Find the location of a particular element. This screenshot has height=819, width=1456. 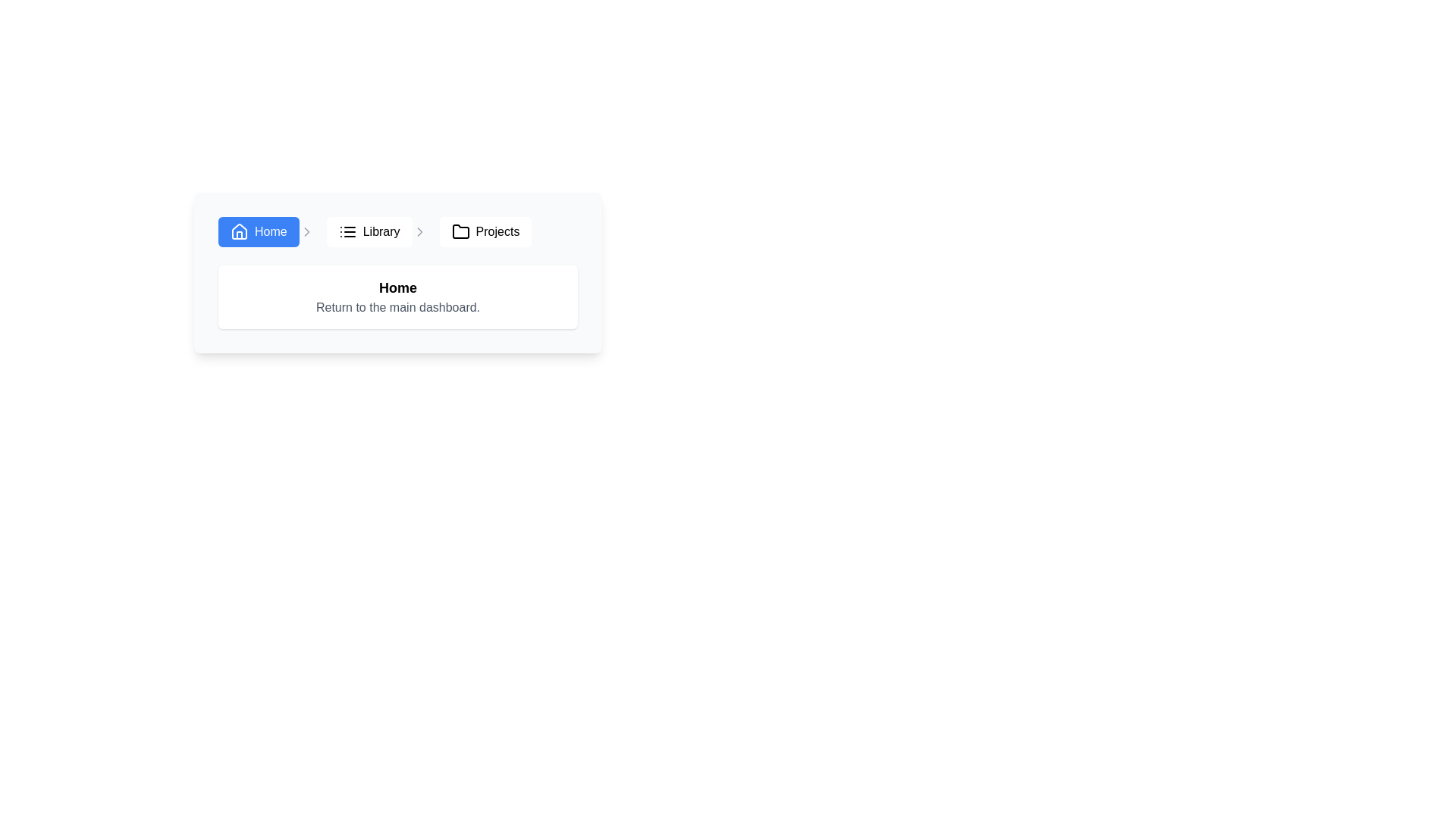

the 'Projects' button located on the far-right of the navigation bar for accessibility navigation is located at coordinates (485, 231).